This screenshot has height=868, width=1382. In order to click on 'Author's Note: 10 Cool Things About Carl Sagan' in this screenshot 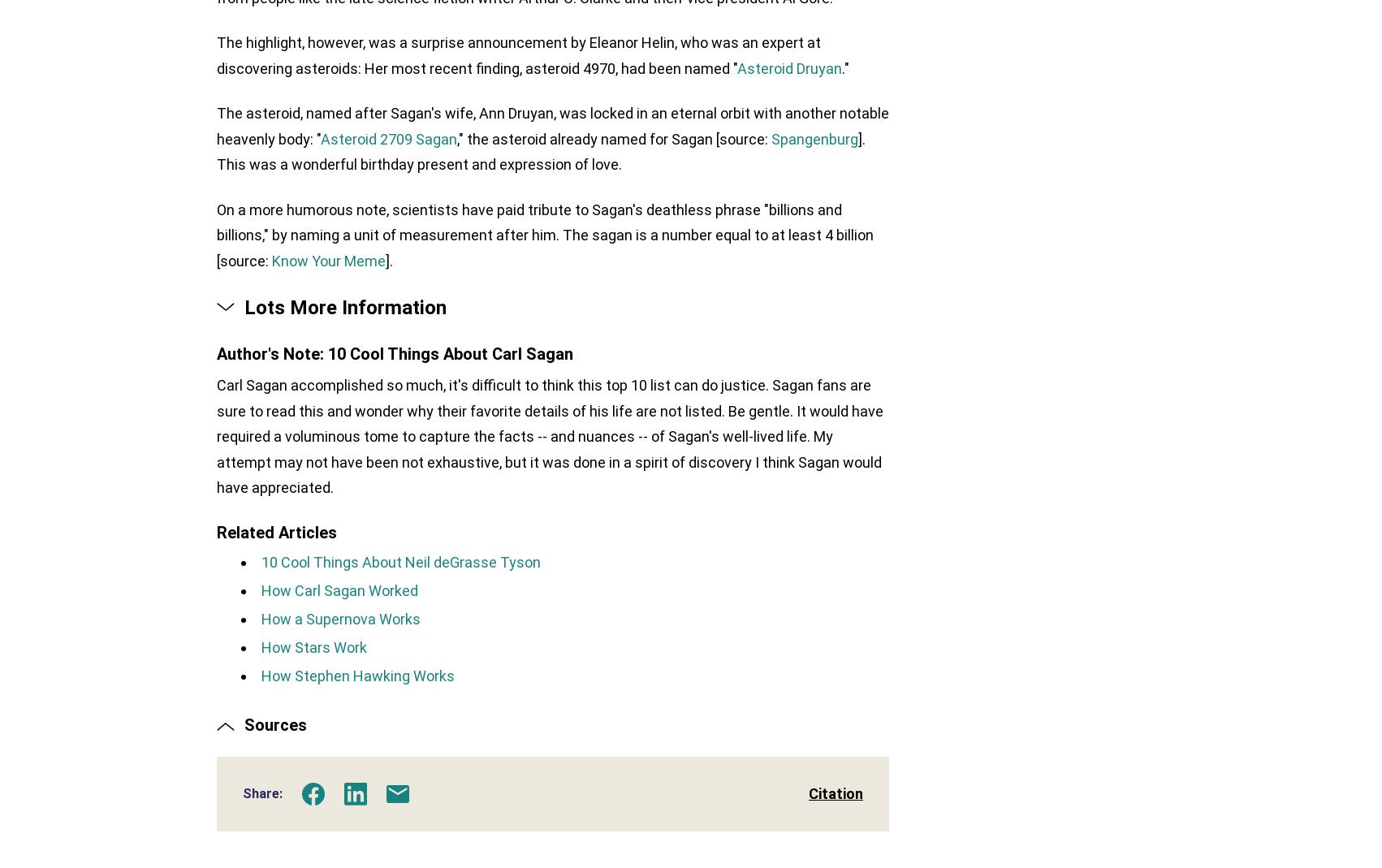, I will do `click(394, 356)`.